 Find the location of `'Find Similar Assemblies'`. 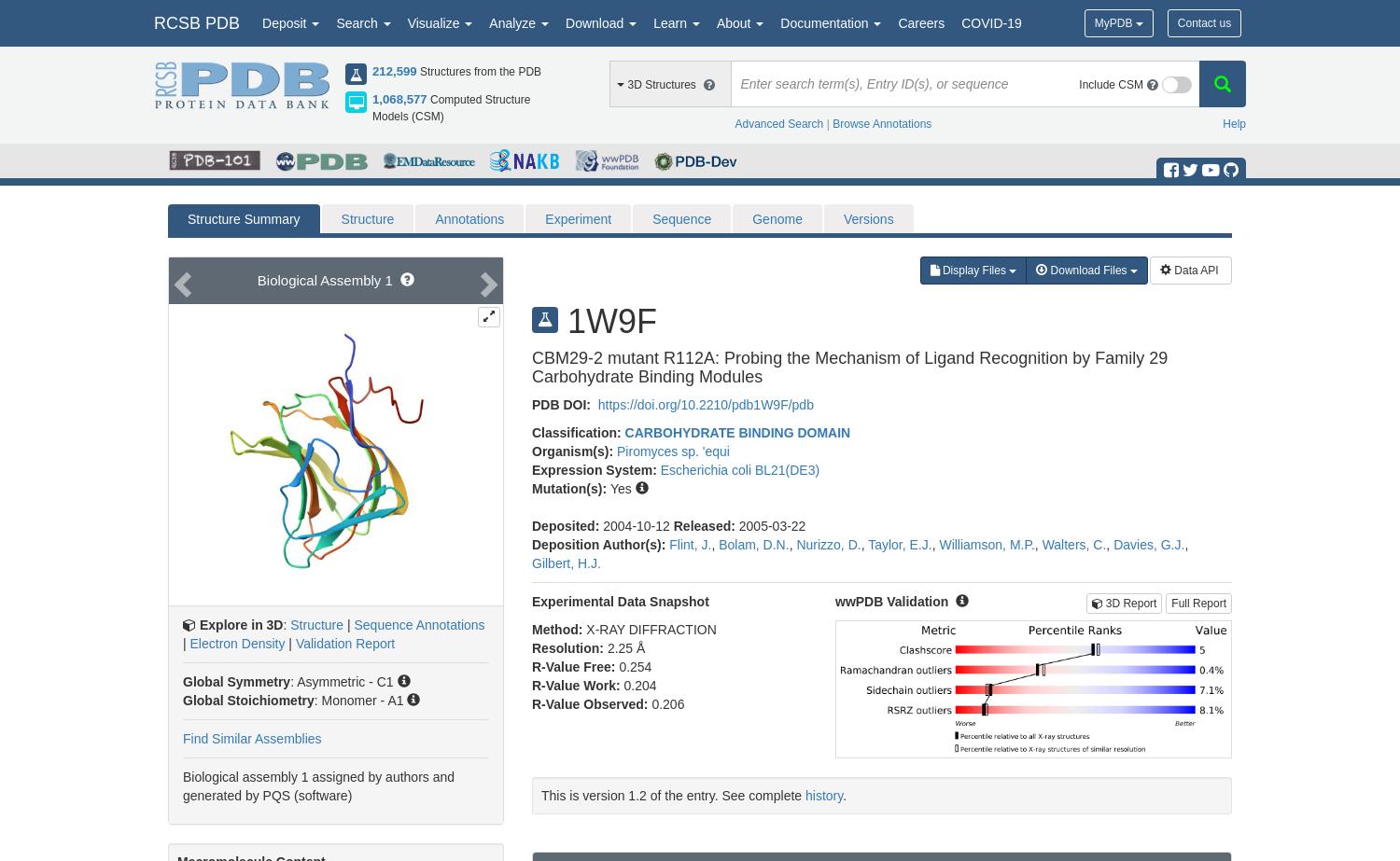

'Find Similar Assemblies' is located at coordinates (252, 738).